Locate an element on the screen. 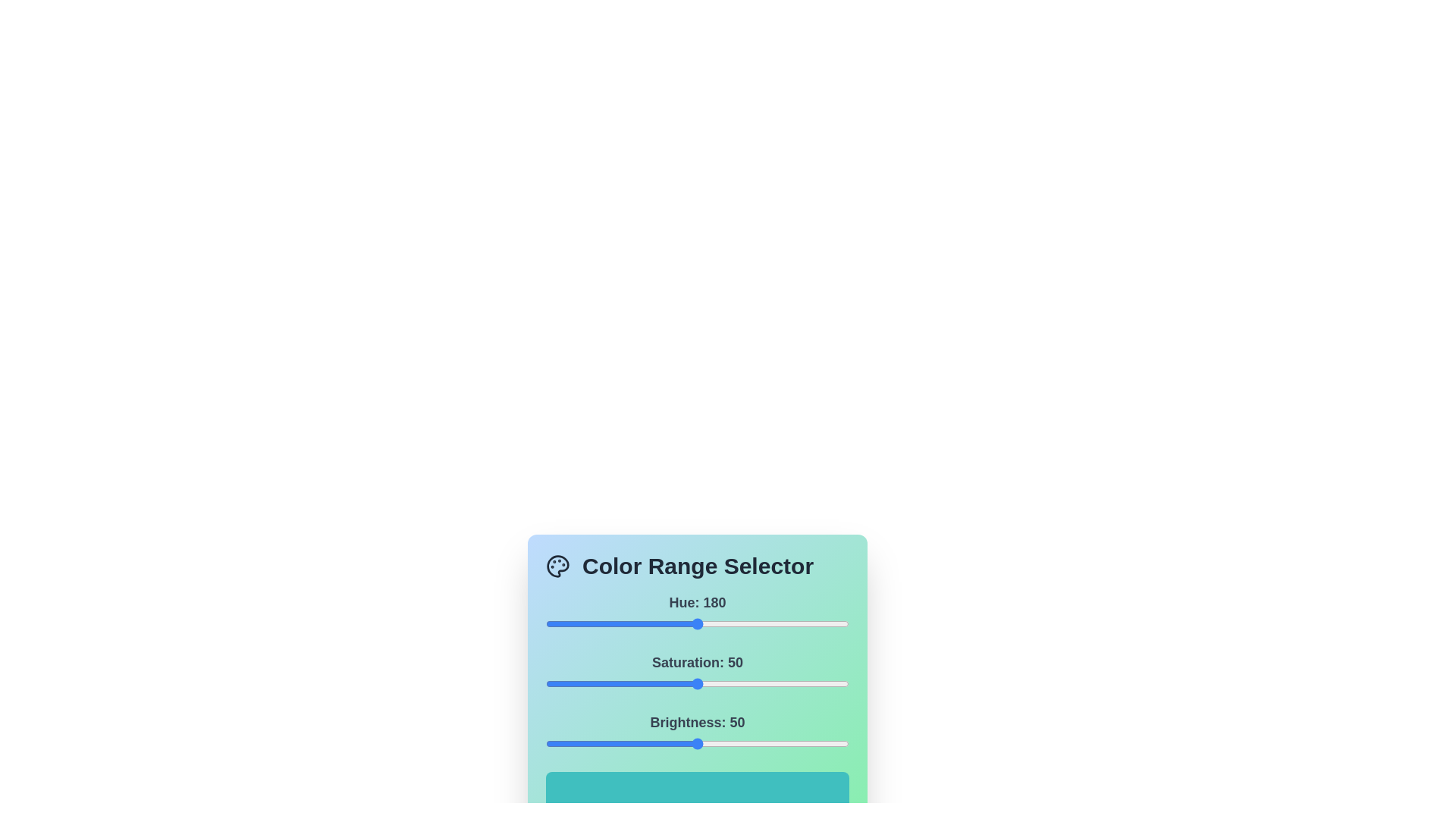 The width and height of the screenshot is (1456, 819). the 0 slider to 38 is located at coordinates (577, 623).